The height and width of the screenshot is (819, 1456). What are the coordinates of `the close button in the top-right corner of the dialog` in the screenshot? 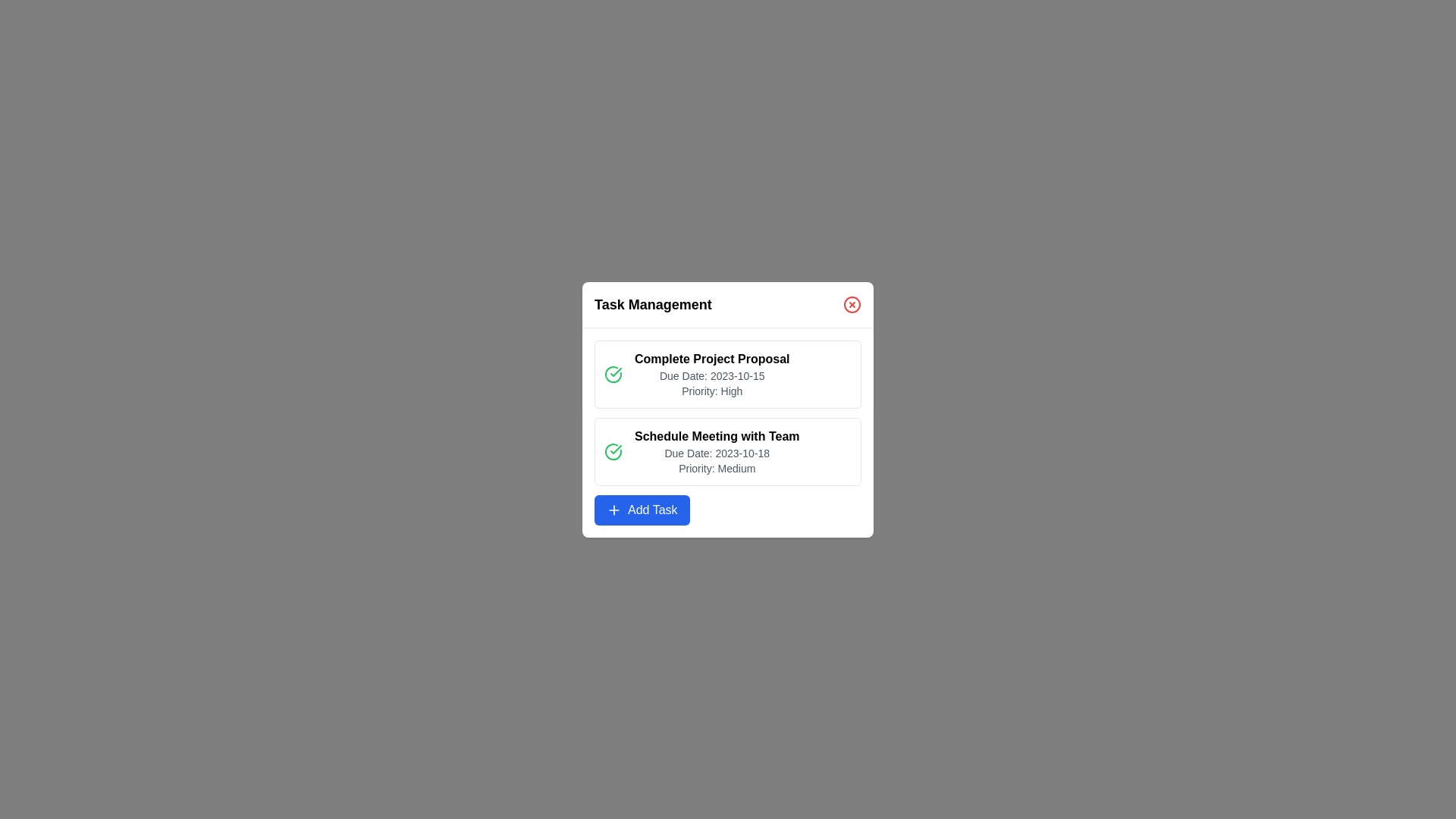 It's located at (852, 304).